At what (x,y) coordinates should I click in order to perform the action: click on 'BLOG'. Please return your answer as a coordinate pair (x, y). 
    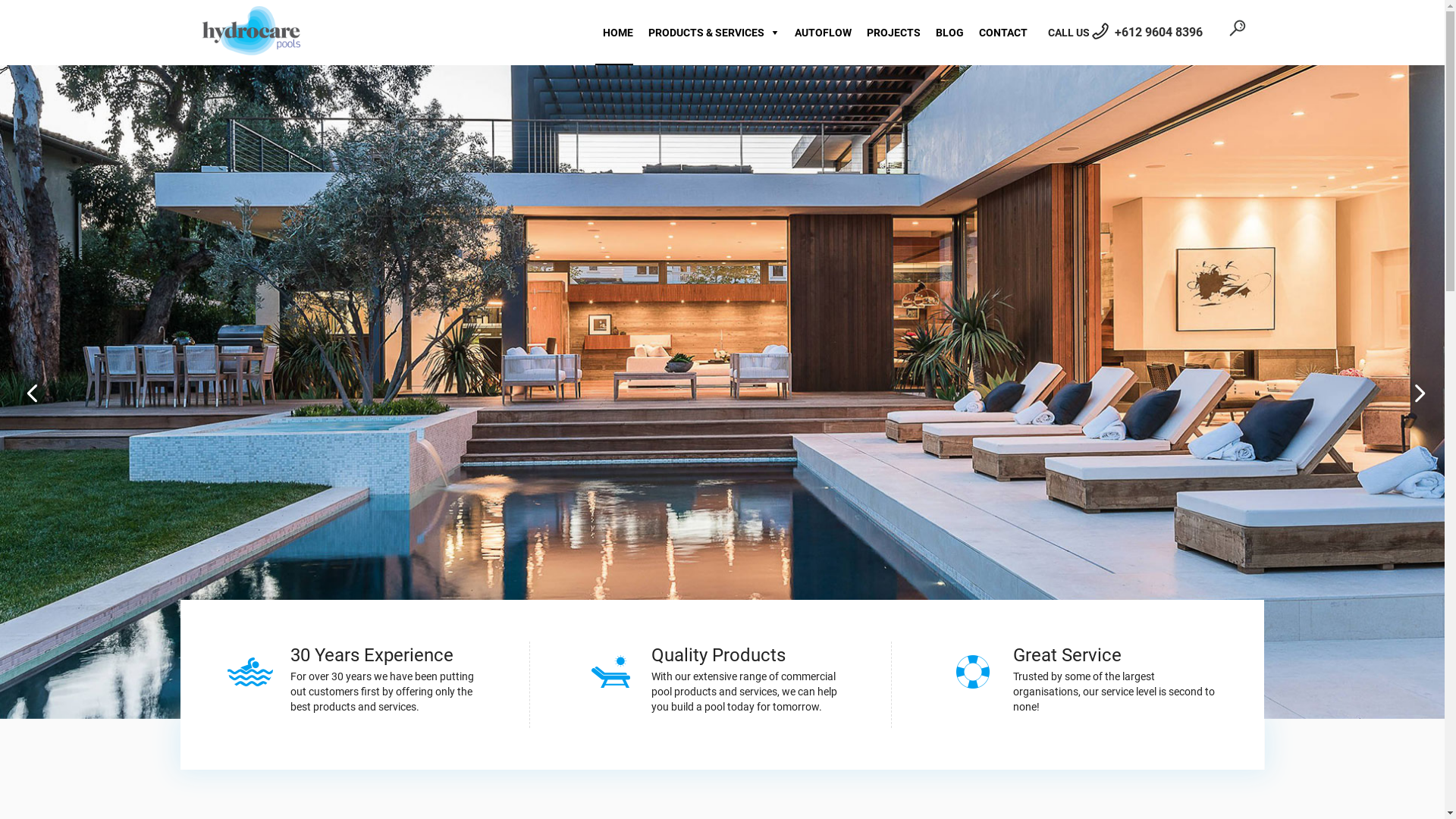
    Looking at the image, I should click on (945, 32).